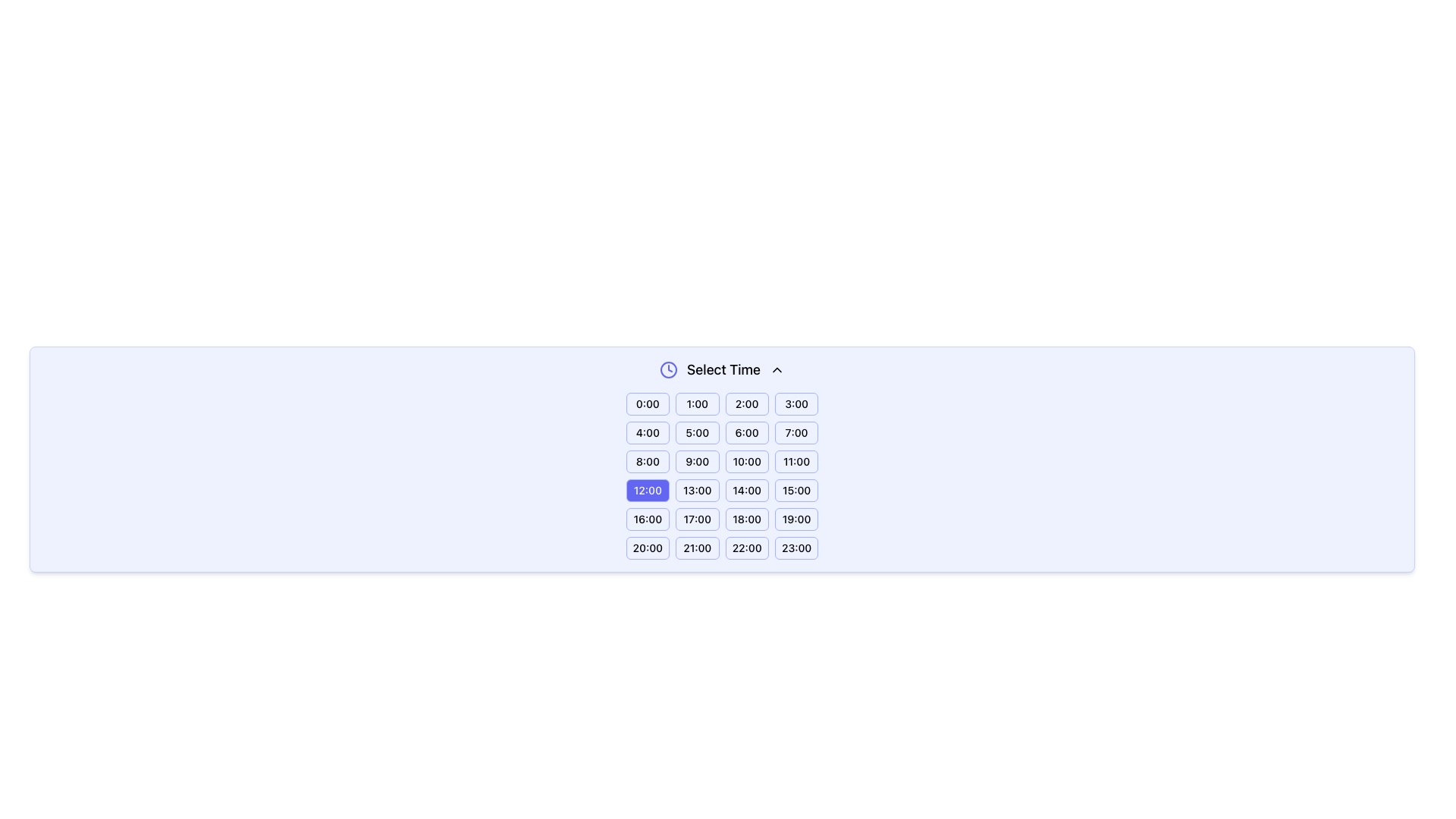 This screenshot has height=819, width=1456. Describe the element at coordinates (795, 491) in the screenshot. I see `the button labeled '15:00', which is the sixteenth button in a grid layout of 24 buttons, located in the fourth column of the fourth row, to trigger hover effects` at that location.